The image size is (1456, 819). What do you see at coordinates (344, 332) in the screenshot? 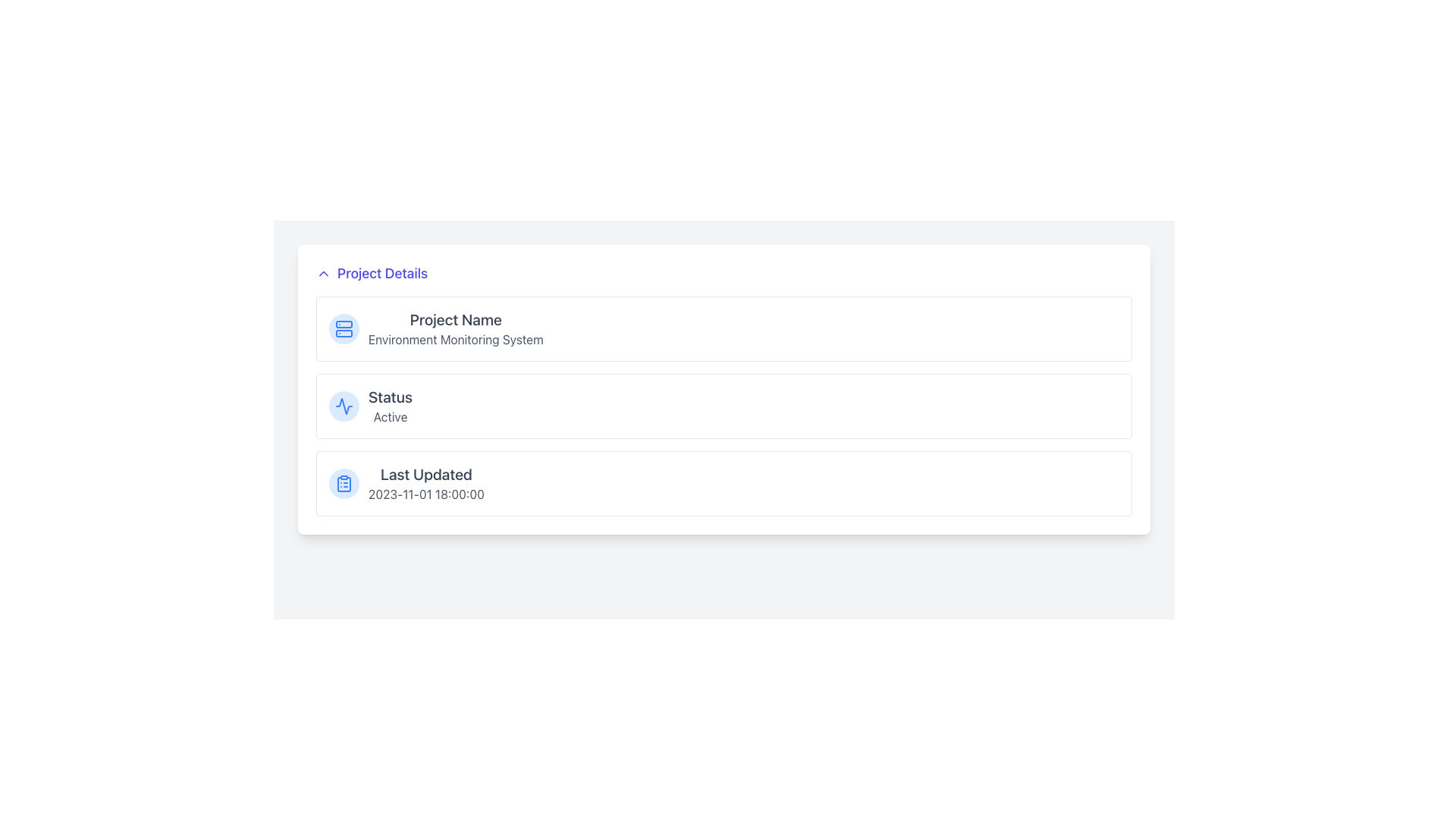
I see `the decorative part of the server icon, which is the second horizontal bar stacked vertically within the icon located to the left of the 'Project Name' label` at bounding box center [344, 332].